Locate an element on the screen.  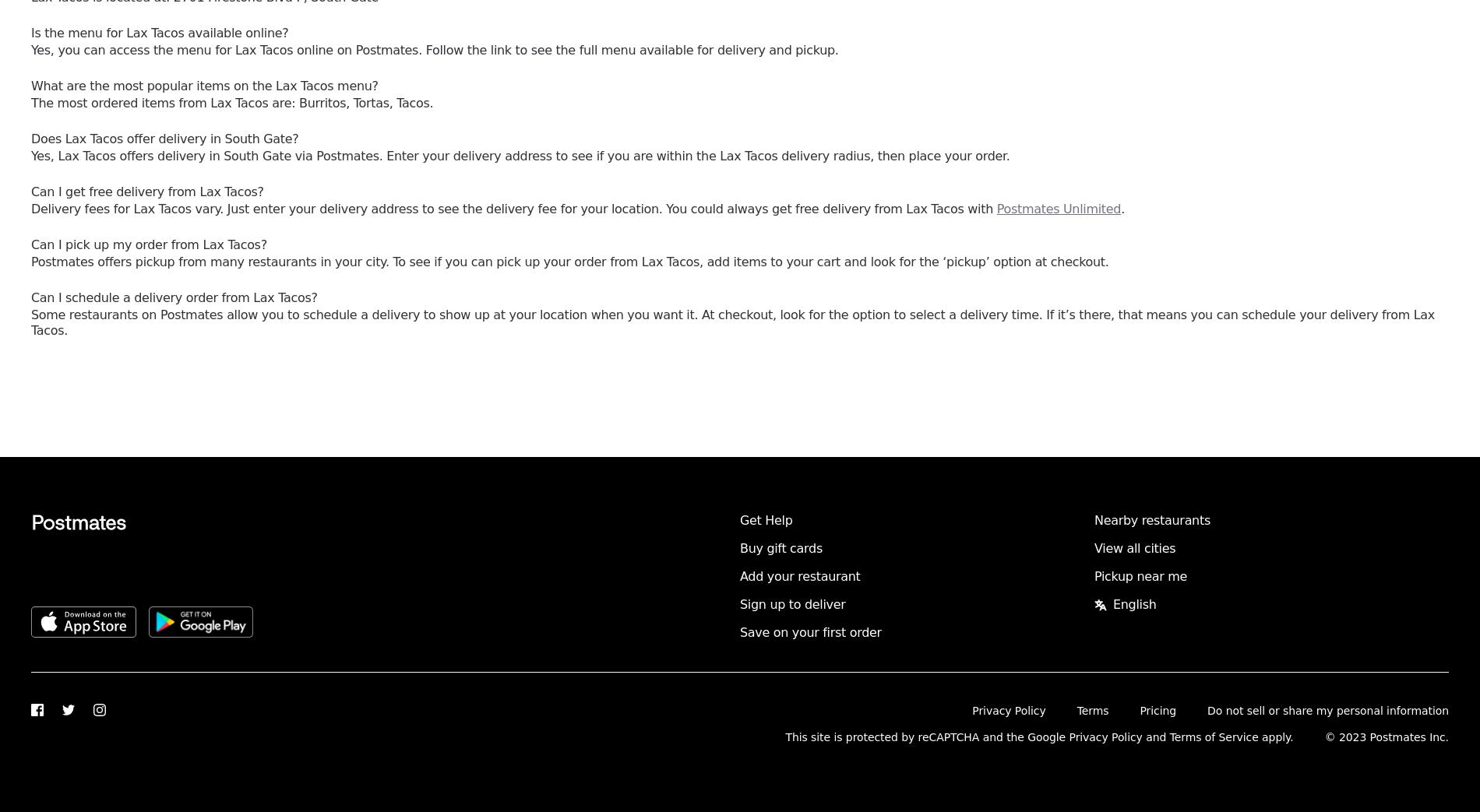
'Some restaurants on Postmates allow you to schedule a delivery to show up at your location when you want it. At checkout, look for the option to select a delivery time. If it’s there, that means you can schedule your delivery from Lax Tacos.' is located at coordinates (732, 322).